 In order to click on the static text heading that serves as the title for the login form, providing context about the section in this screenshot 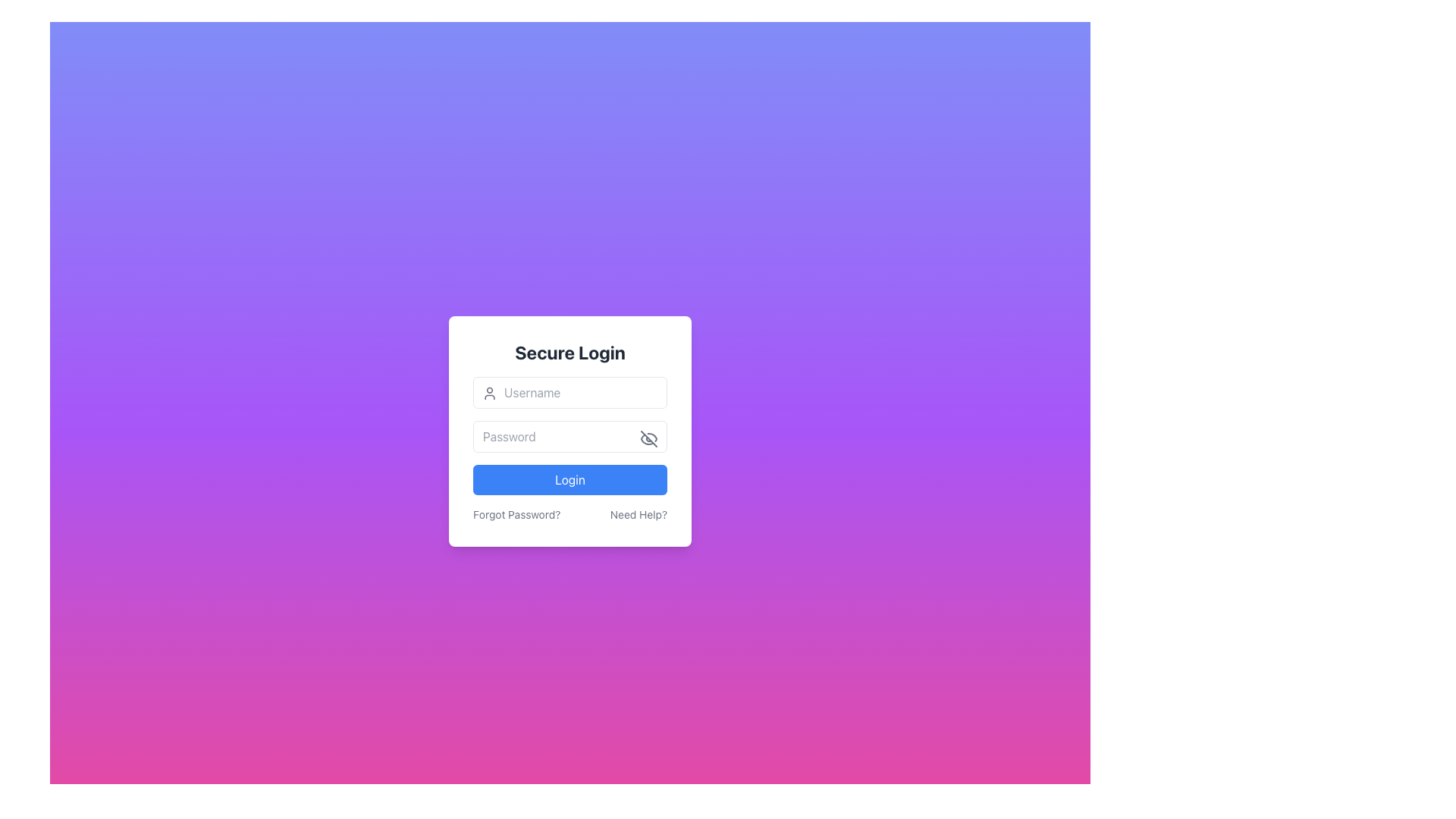, I will do `click(570, 353)`.